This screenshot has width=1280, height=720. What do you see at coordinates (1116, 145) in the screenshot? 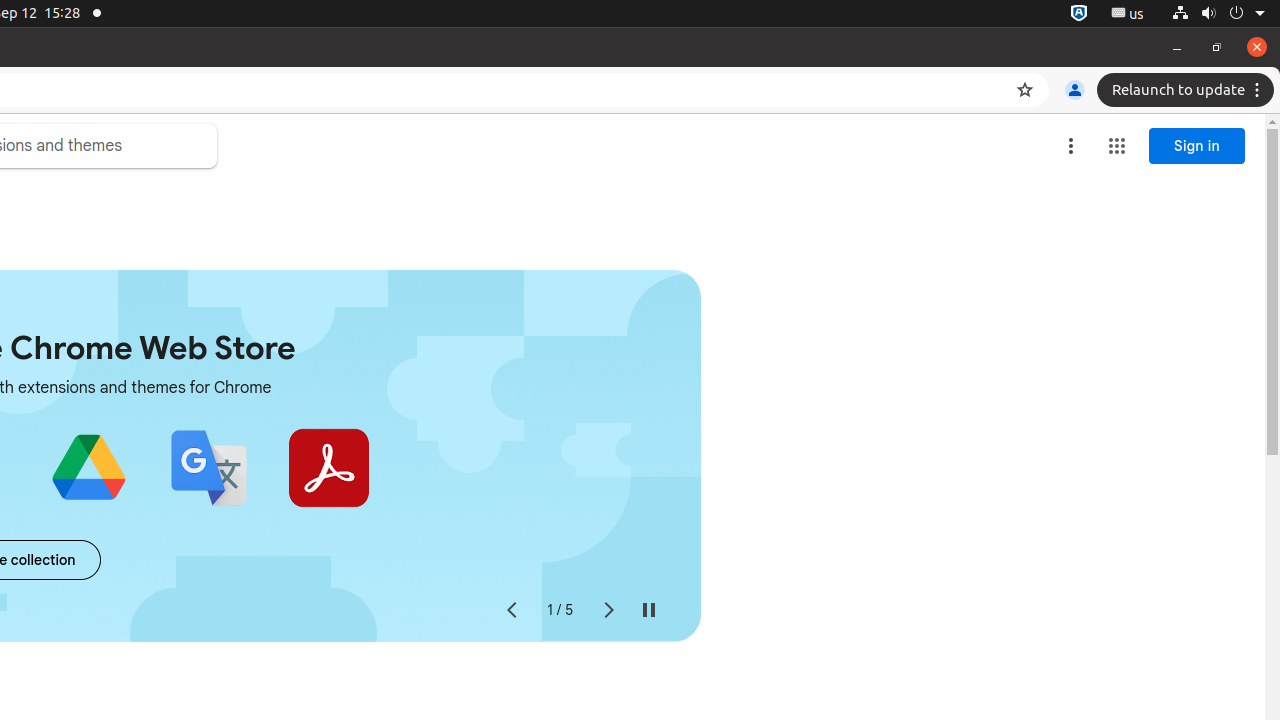
I see `'Google apps'` at bounding box center [1116, 145].